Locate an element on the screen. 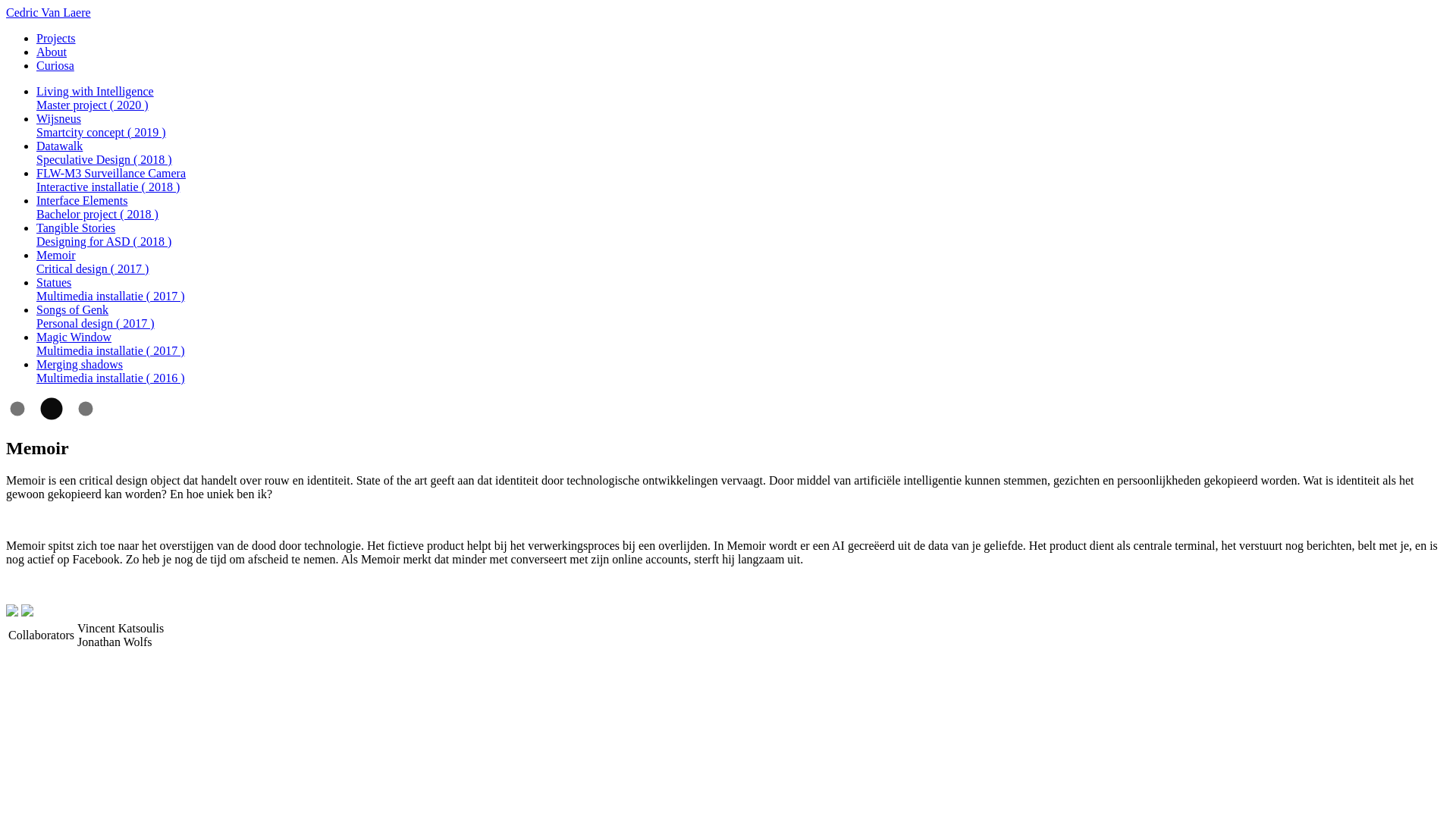  'Curiosa' is located at coordinates (55, 64).